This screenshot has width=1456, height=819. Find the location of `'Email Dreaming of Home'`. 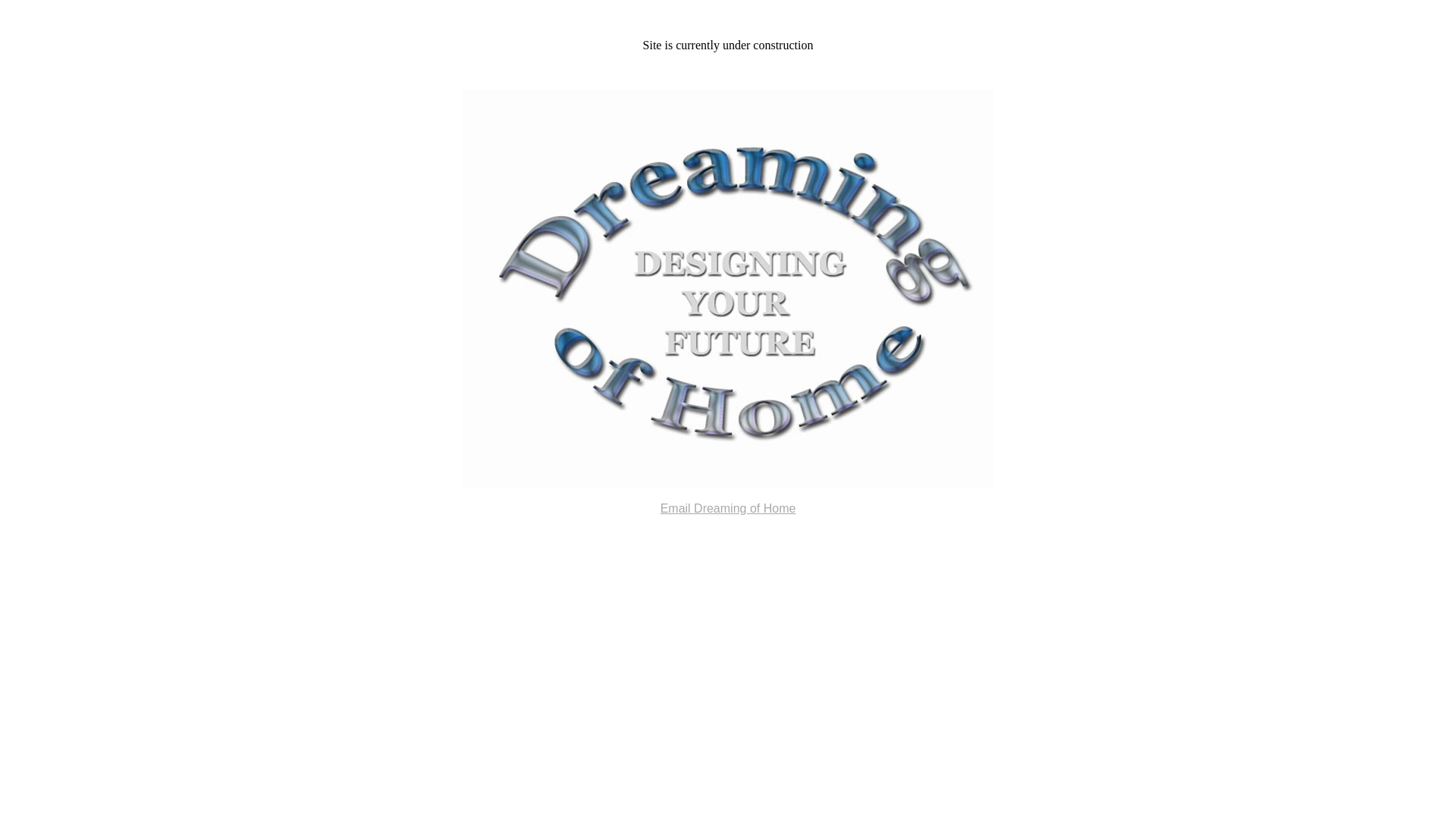

'Email Dreaming of Home' is located at coordinates (728, 496).